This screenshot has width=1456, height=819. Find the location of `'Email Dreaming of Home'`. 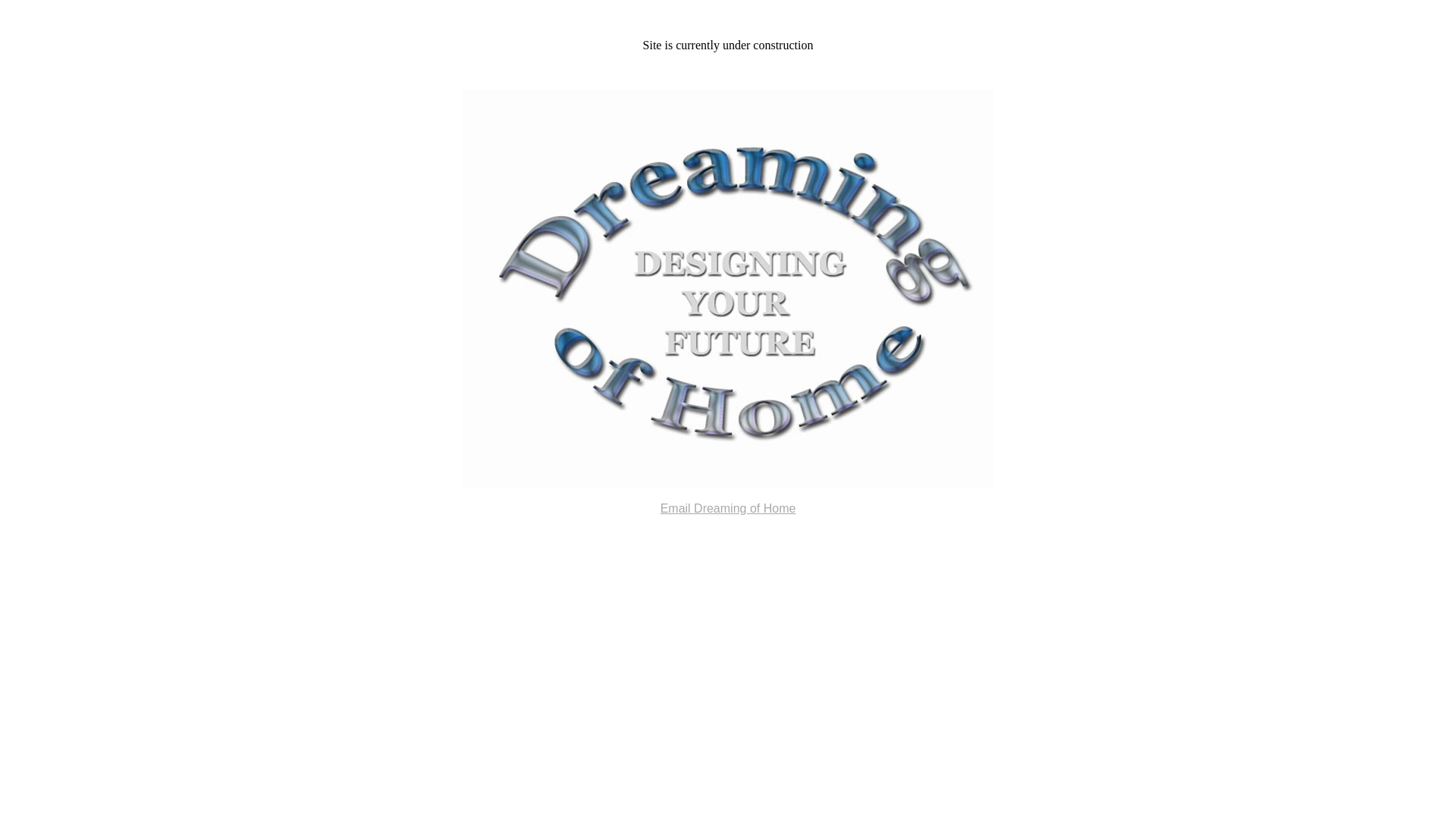

'Email Dreaming of Home' is located at coordinates (728, 496).